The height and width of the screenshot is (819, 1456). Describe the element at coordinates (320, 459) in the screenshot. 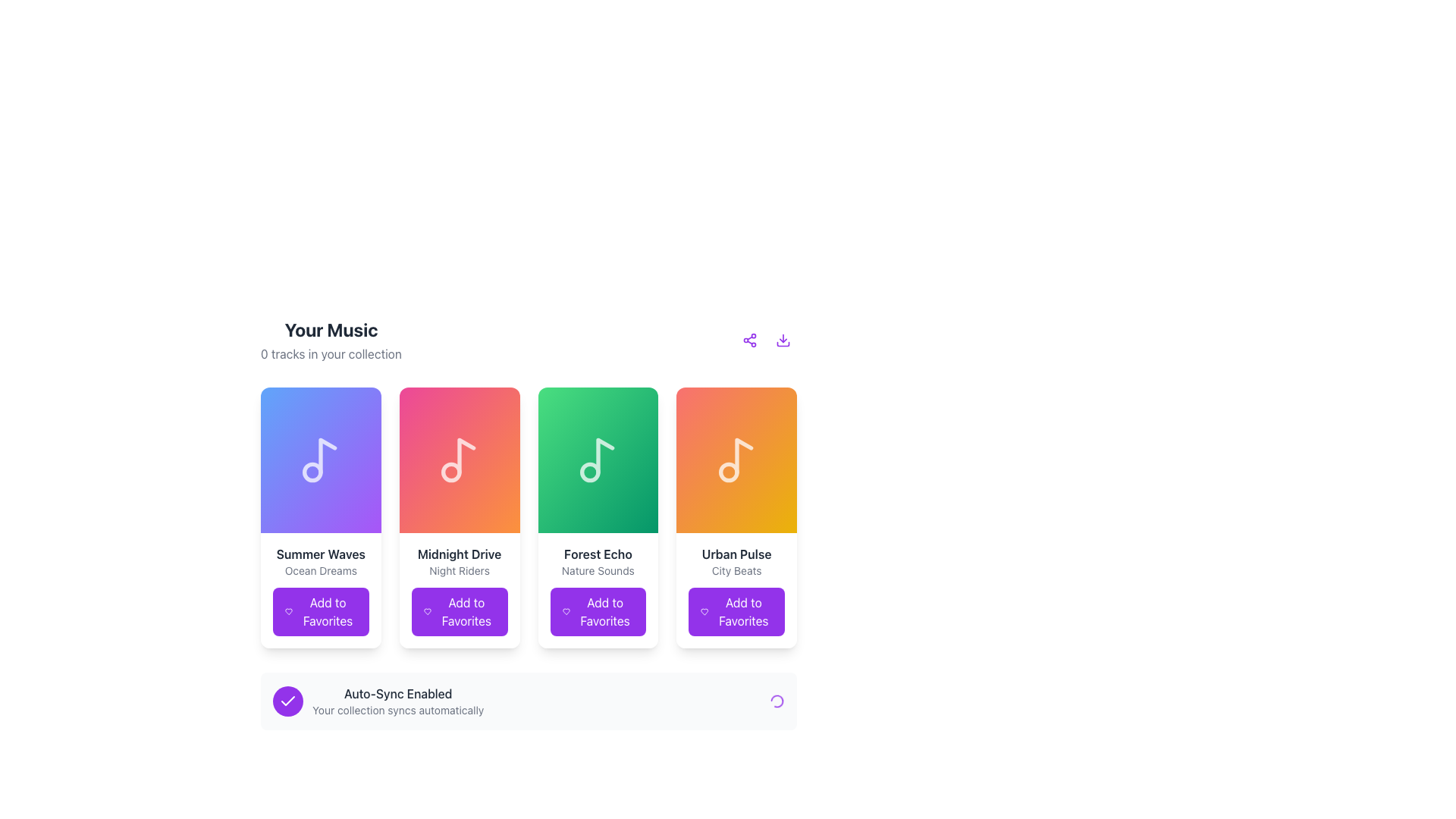

I see `the musical note icon, which is a semi-transparent SVG graphic located in the first music card on the left side of the interface` at that location.